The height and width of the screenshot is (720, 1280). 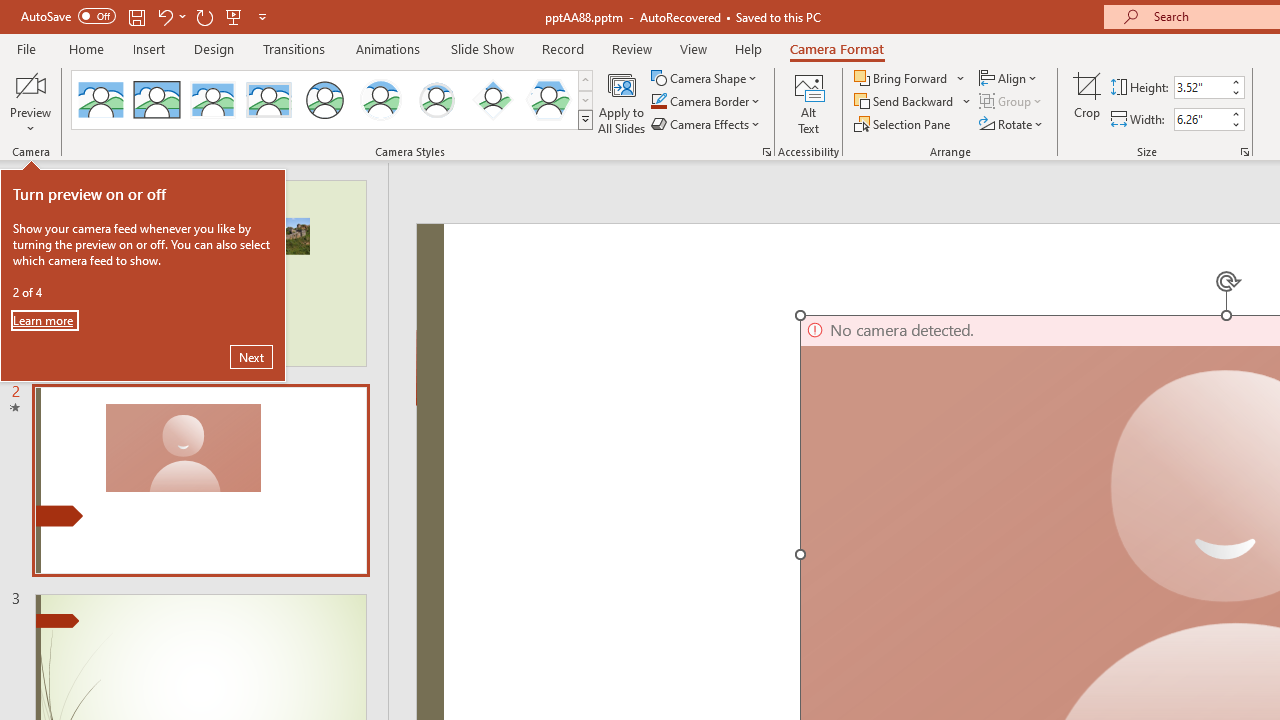 I want to click on 'Enable Camera Preview', so click(x=30, y=84).